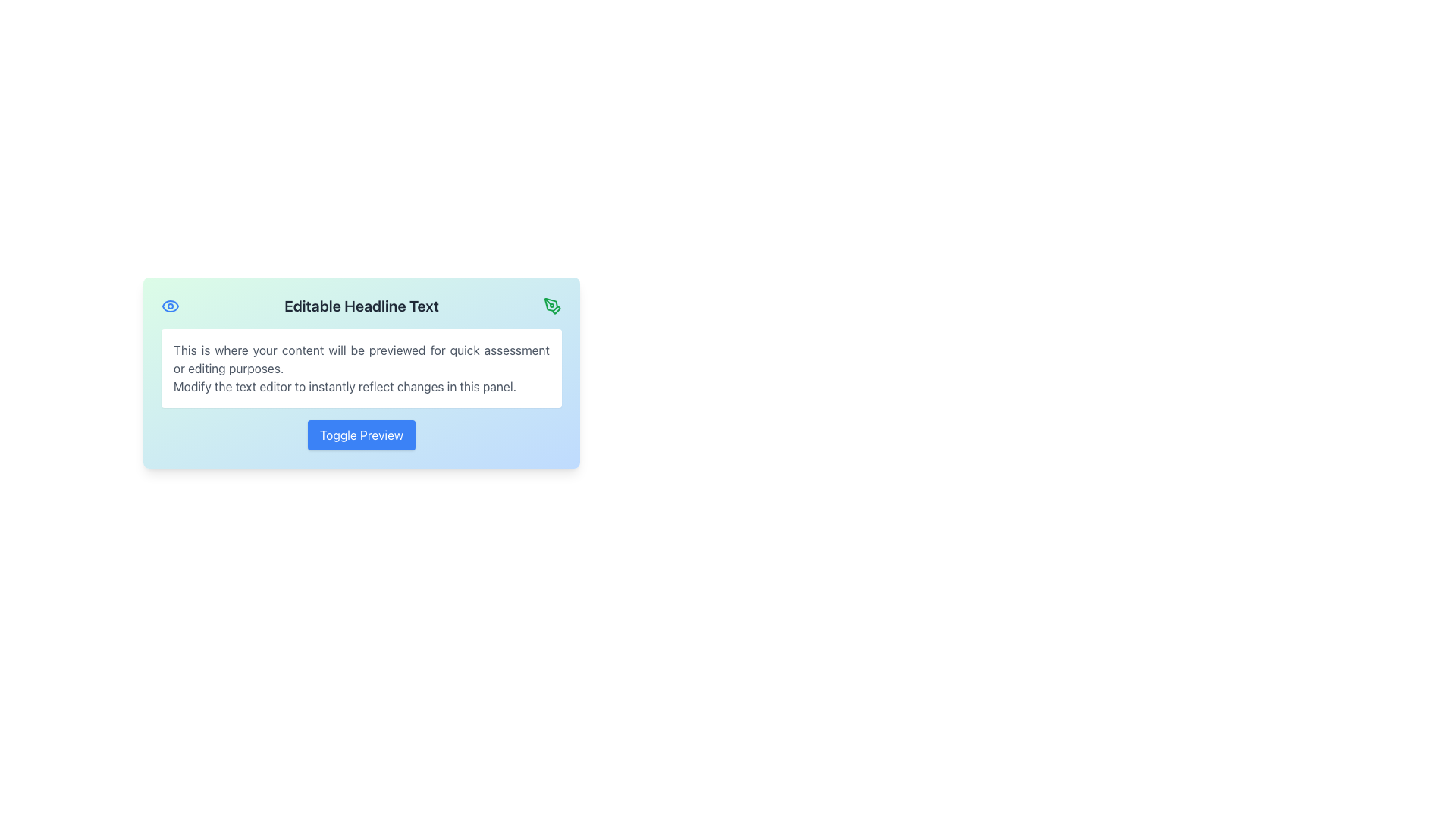 This screenshot has width=1456, height=819. Describe the element at coordinates (171, 306) in the screenshot. I see `the stylized eye icon located at the top-left corner of the rectangular card, which is centrally placed in the layout, to the left of the 'Editable Headline Text'` at that location.